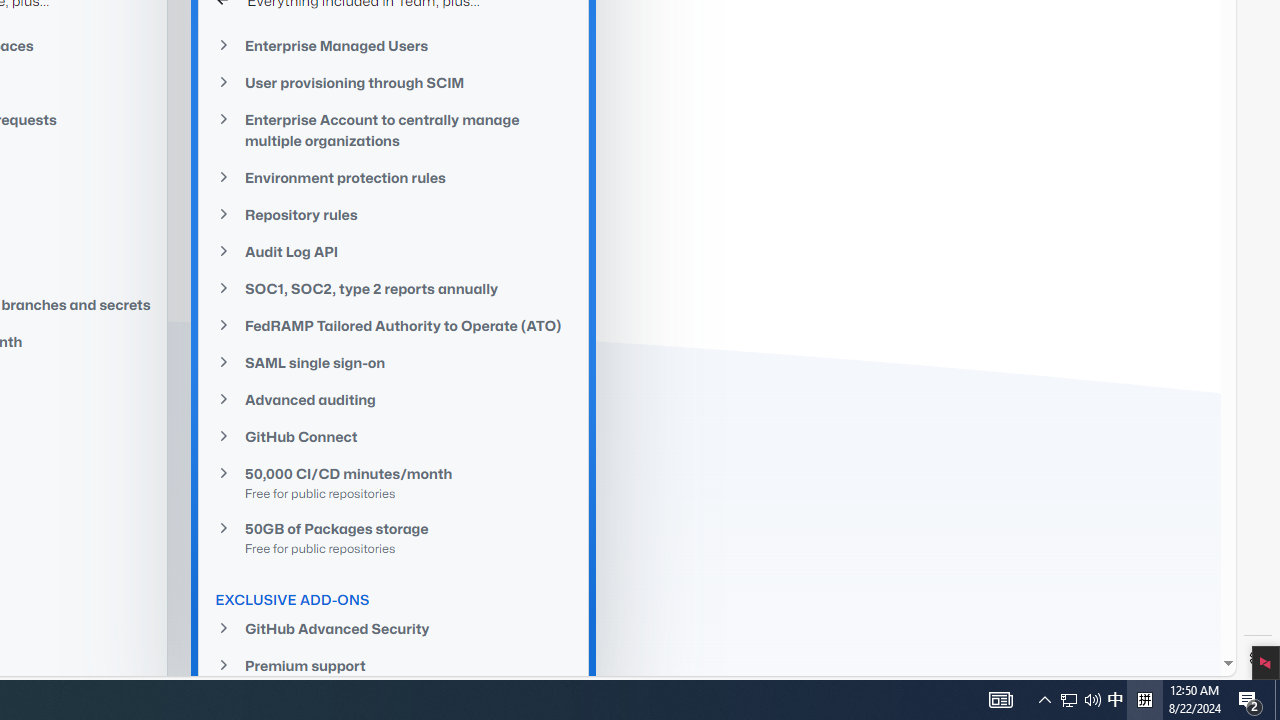 This screenshot has height=720, width=1280. I want to click on 'Audit Log API', so click(394, 250).